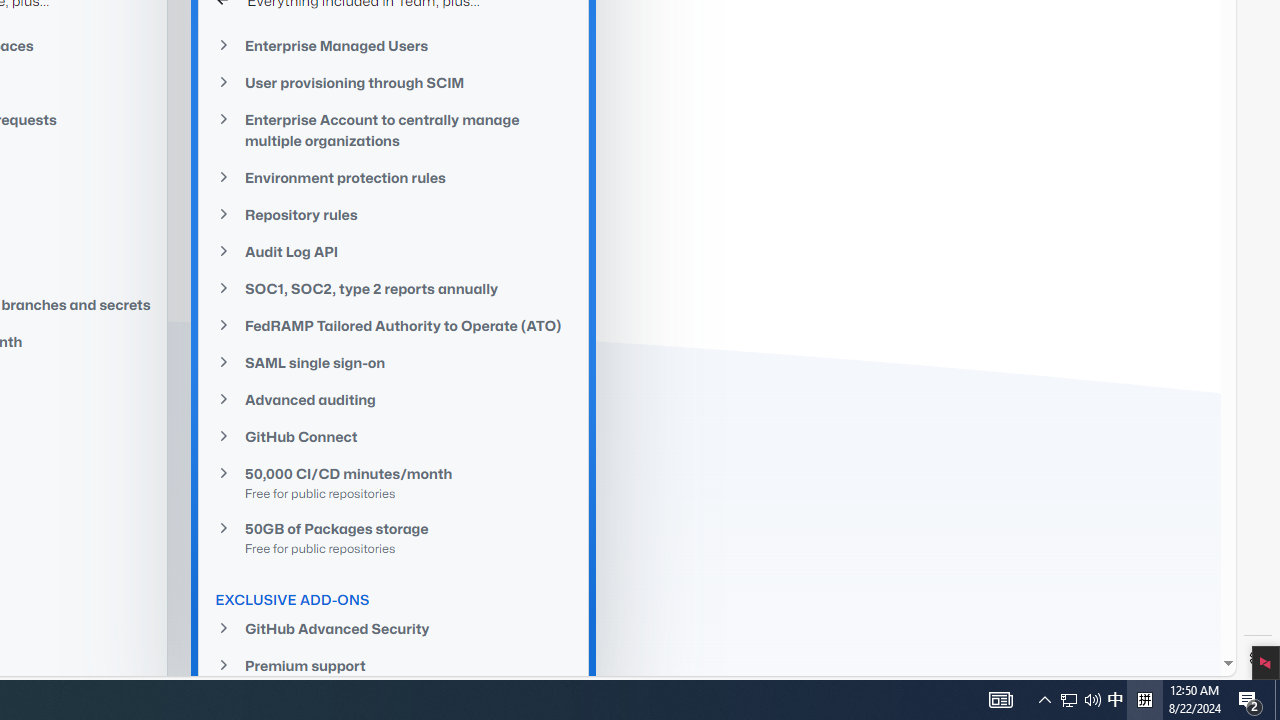 This screenshot has height=720, width=1280. I want to click on 'Audit Log API', so click(394, 250).